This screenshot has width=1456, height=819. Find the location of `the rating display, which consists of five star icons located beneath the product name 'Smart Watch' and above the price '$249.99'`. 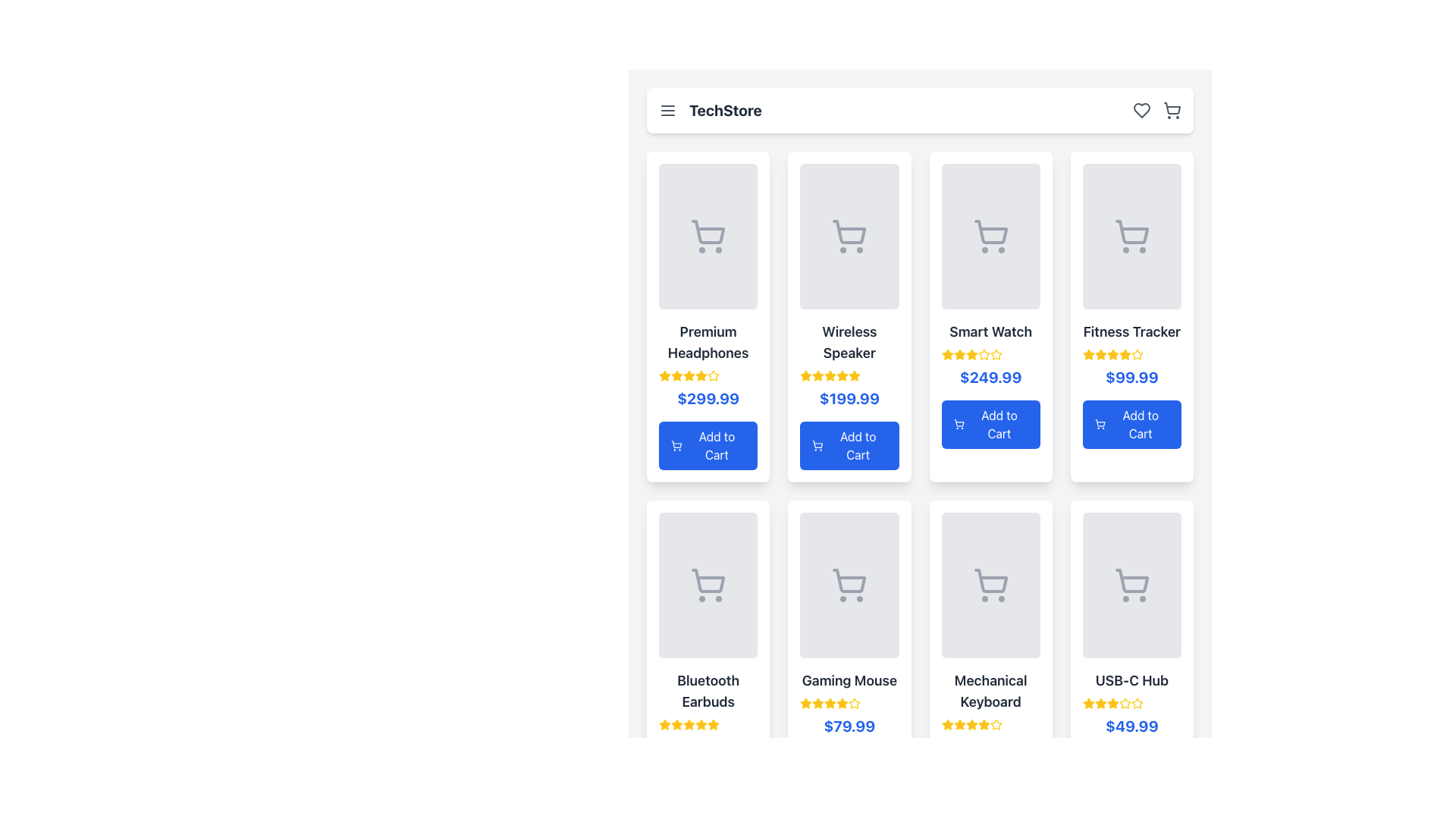

the rating display, which consists of five star icons located beneath the product name 'Smart Watch' and above the price '$249.99' is located at coordinates (990, 354).